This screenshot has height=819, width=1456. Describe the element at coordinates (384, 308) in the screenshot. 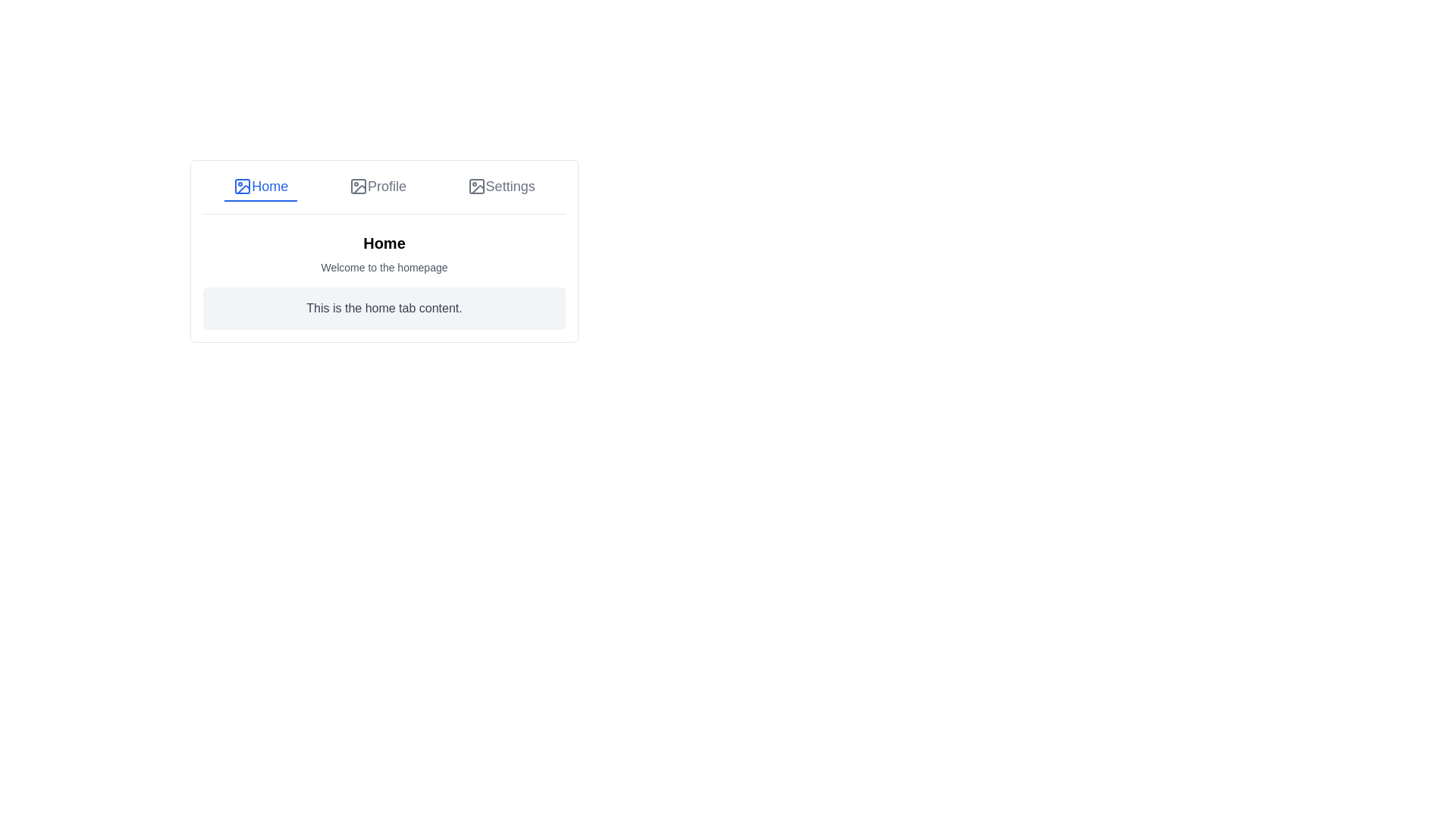

I see `the text block displaying 'This is the home tab content.' which is styled with rounded corners and a light gray background` at that location.